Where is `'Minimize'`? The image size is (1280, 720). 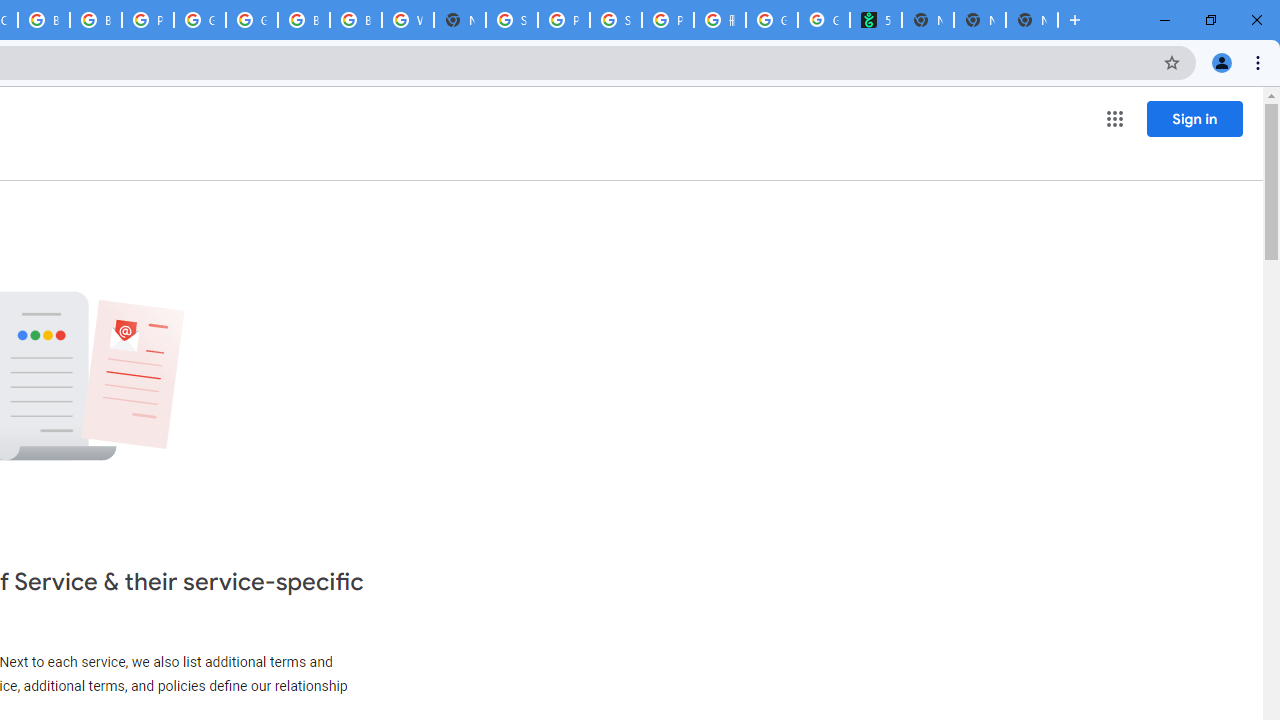 'Minimize' is located at coordinates (1165, 20).